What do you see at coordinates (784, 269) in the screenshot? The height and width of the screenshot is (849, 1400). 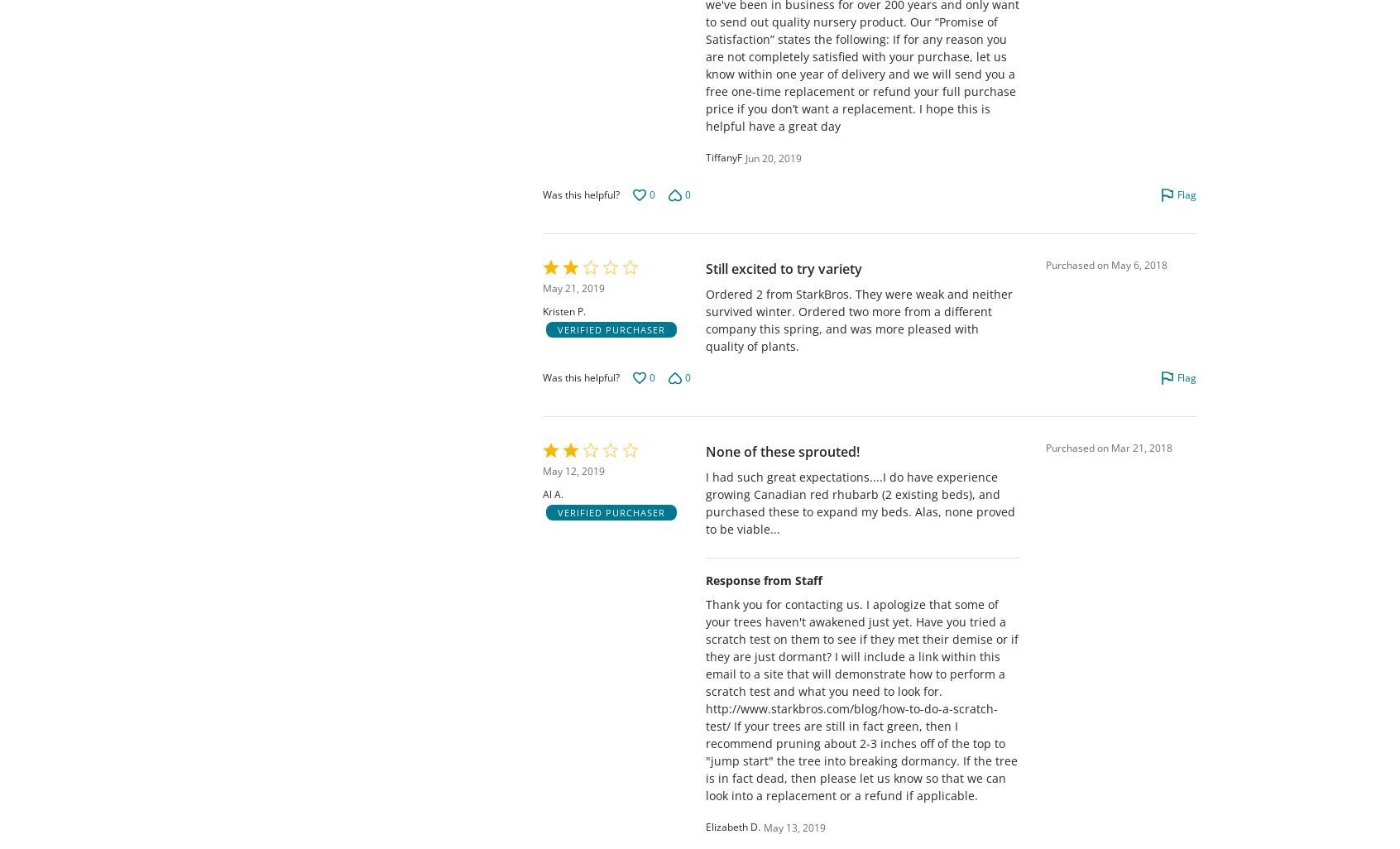 I see `'Still excited to try variety'` at bounding box center [784, 269].